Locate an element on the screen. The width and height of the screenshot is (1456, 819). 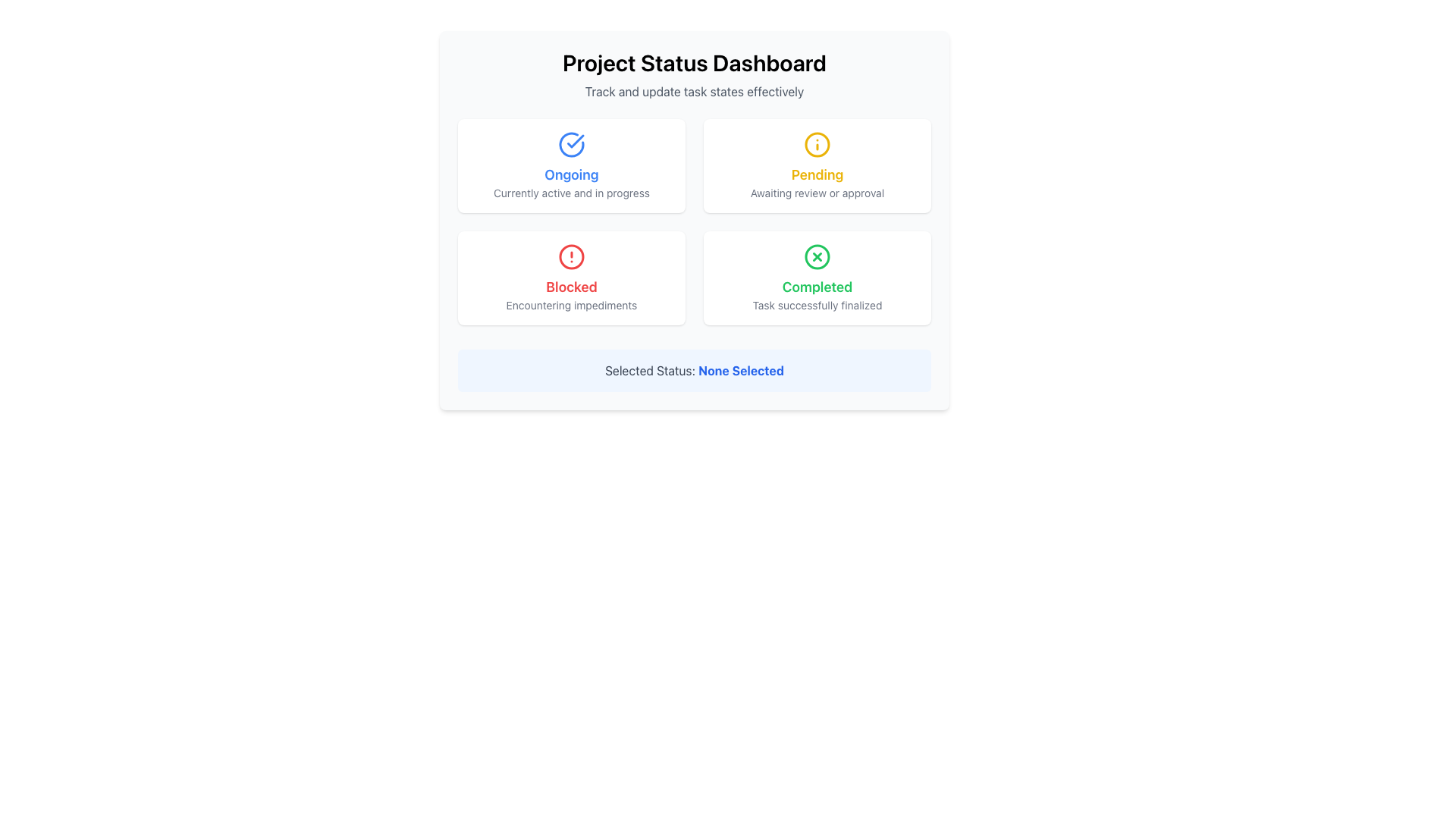
text from the Text Label located at the bottom of the 'Completed' card in the user interface grid is located at coordinates (817, 305).